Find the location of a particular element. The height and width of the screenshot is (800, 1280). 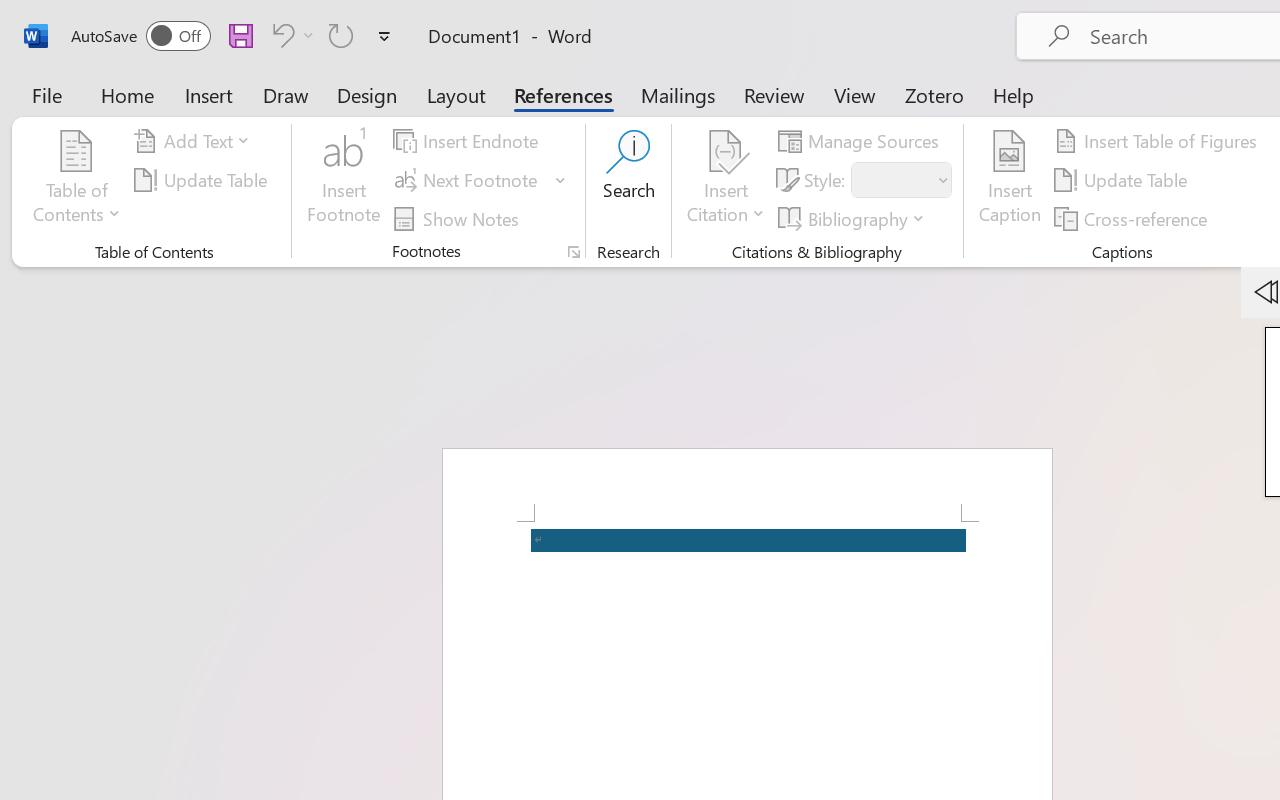

'Insert Citation' is located at coordinates (725, 179).